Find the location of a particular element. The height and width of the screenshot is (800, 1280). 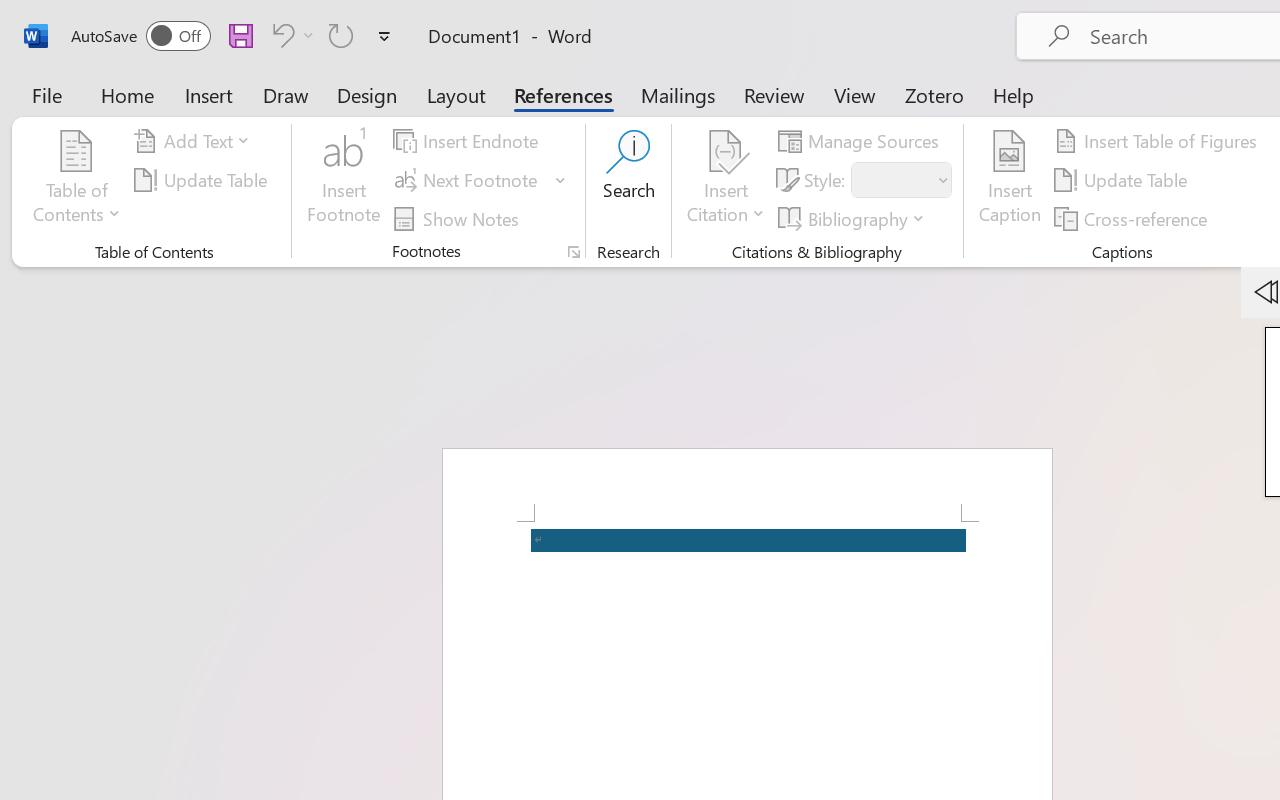

'Insert Citation' is located at coordinates (725, 179).